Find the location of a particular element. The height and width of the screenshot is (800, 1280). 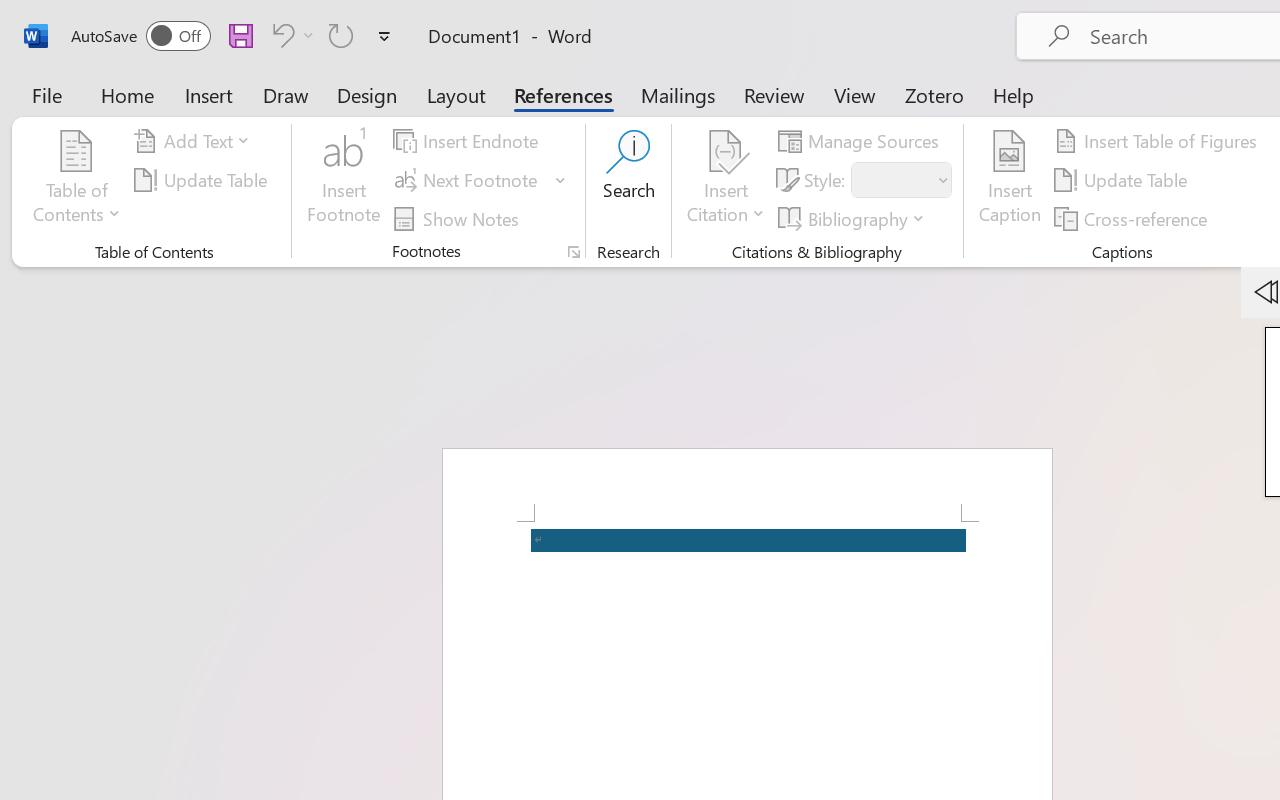

'Insert Citation' is located at coordinates (725, 179).